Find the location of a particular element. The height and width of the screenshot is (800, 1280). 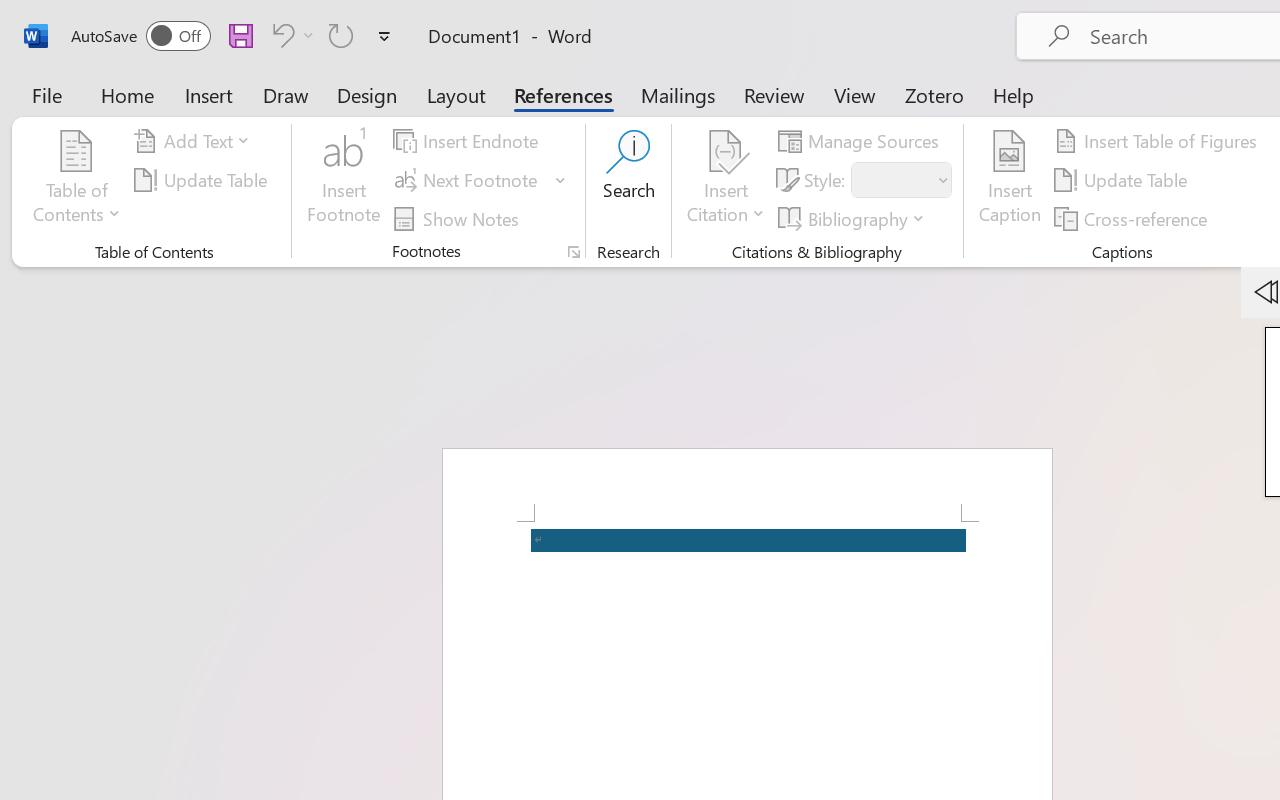

'Insert Citation' is located at coordinates (725, 179).